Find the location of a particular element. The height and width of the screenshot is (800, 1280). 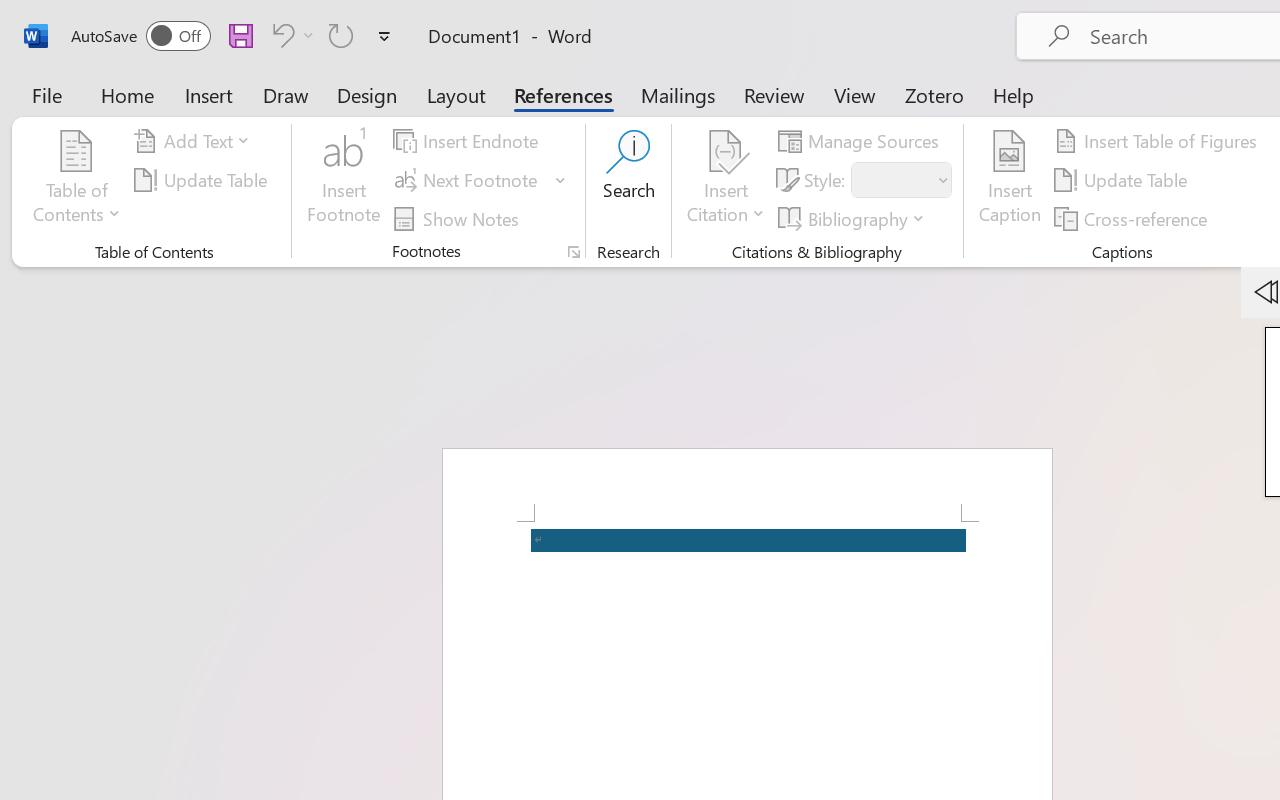

'Insert Citation' is located at coordinates (725, 179).